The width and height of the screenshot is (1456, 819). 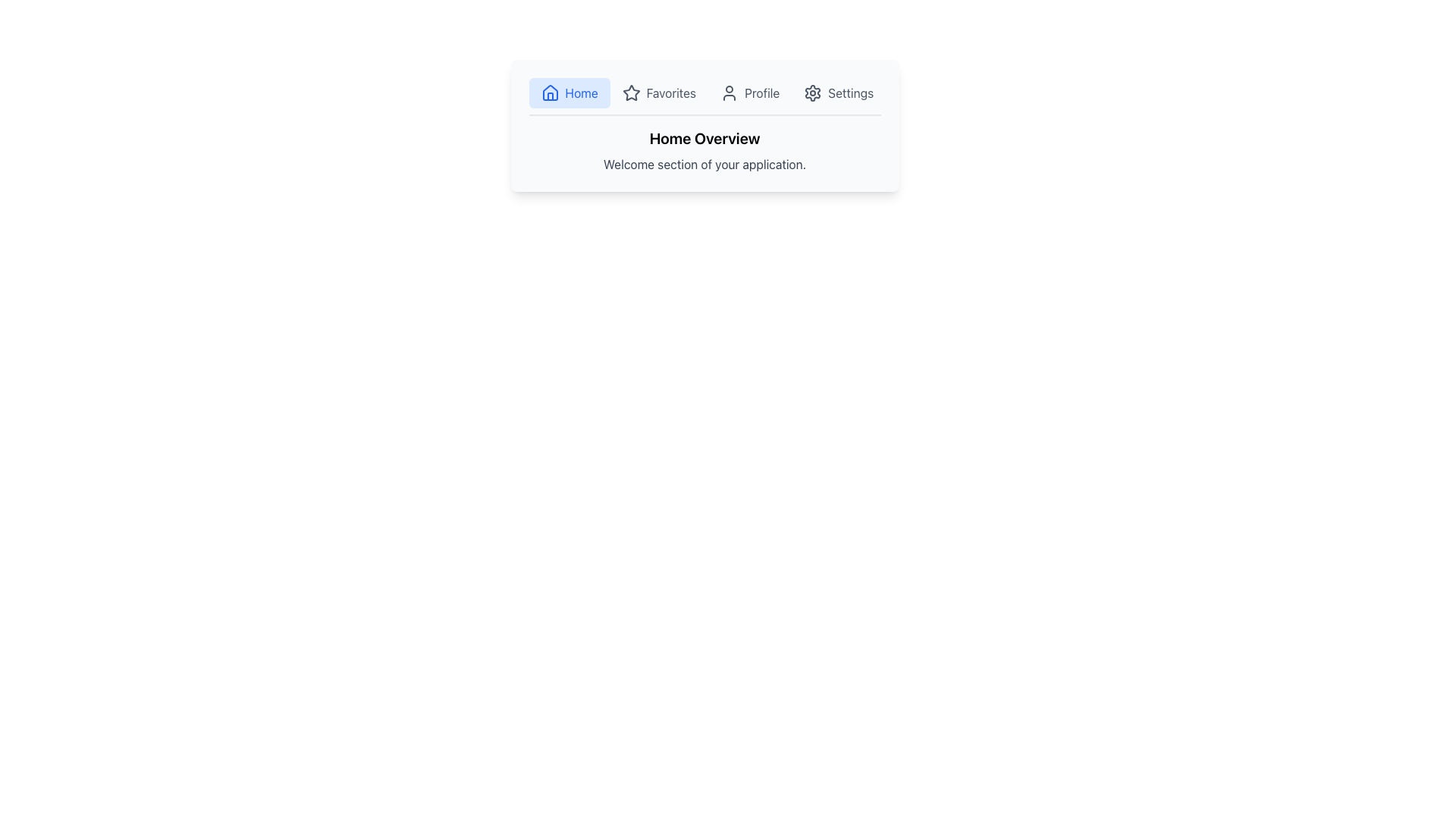 I want to click on the settings button located at the far right of the horizontal navigation bar, so click(x=838, y=93).